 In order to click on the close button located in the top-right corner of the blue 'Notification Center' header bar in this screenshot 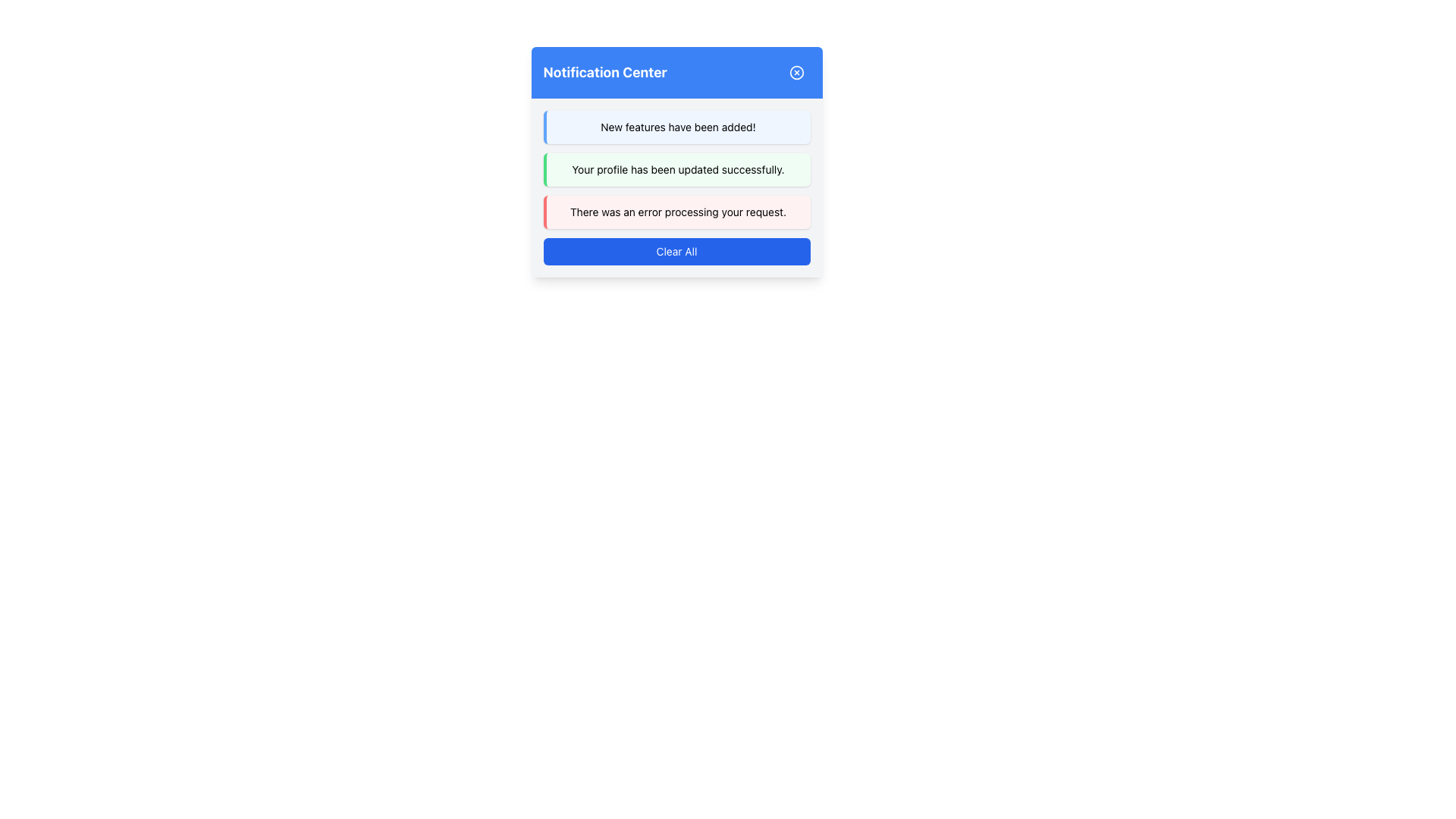, I will do `click(795, 73)`.